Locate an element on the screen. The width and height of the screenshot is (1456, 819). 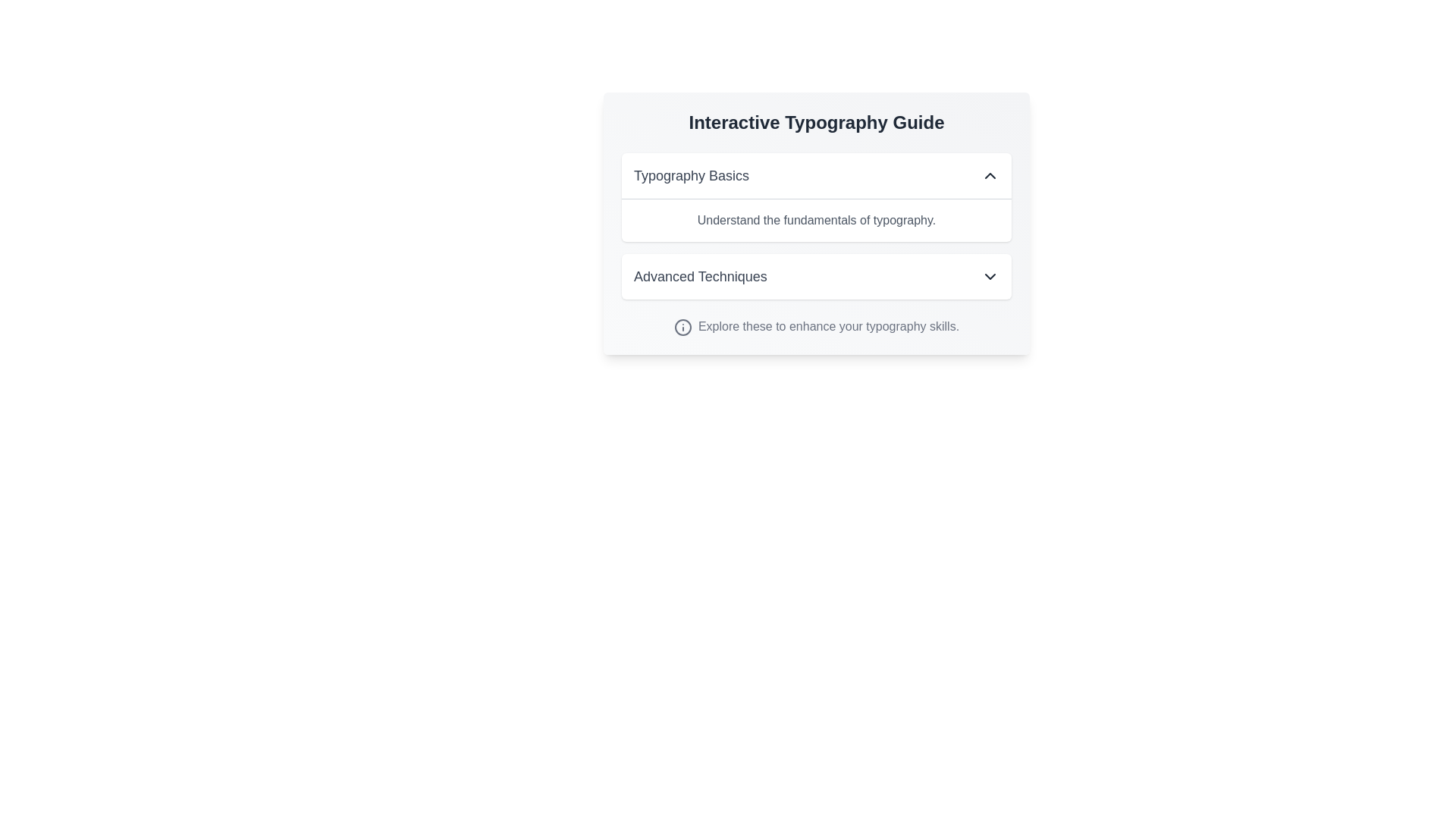
the chevron icon button for the 'Typography Basics' section is located at coordinates (990, 174).